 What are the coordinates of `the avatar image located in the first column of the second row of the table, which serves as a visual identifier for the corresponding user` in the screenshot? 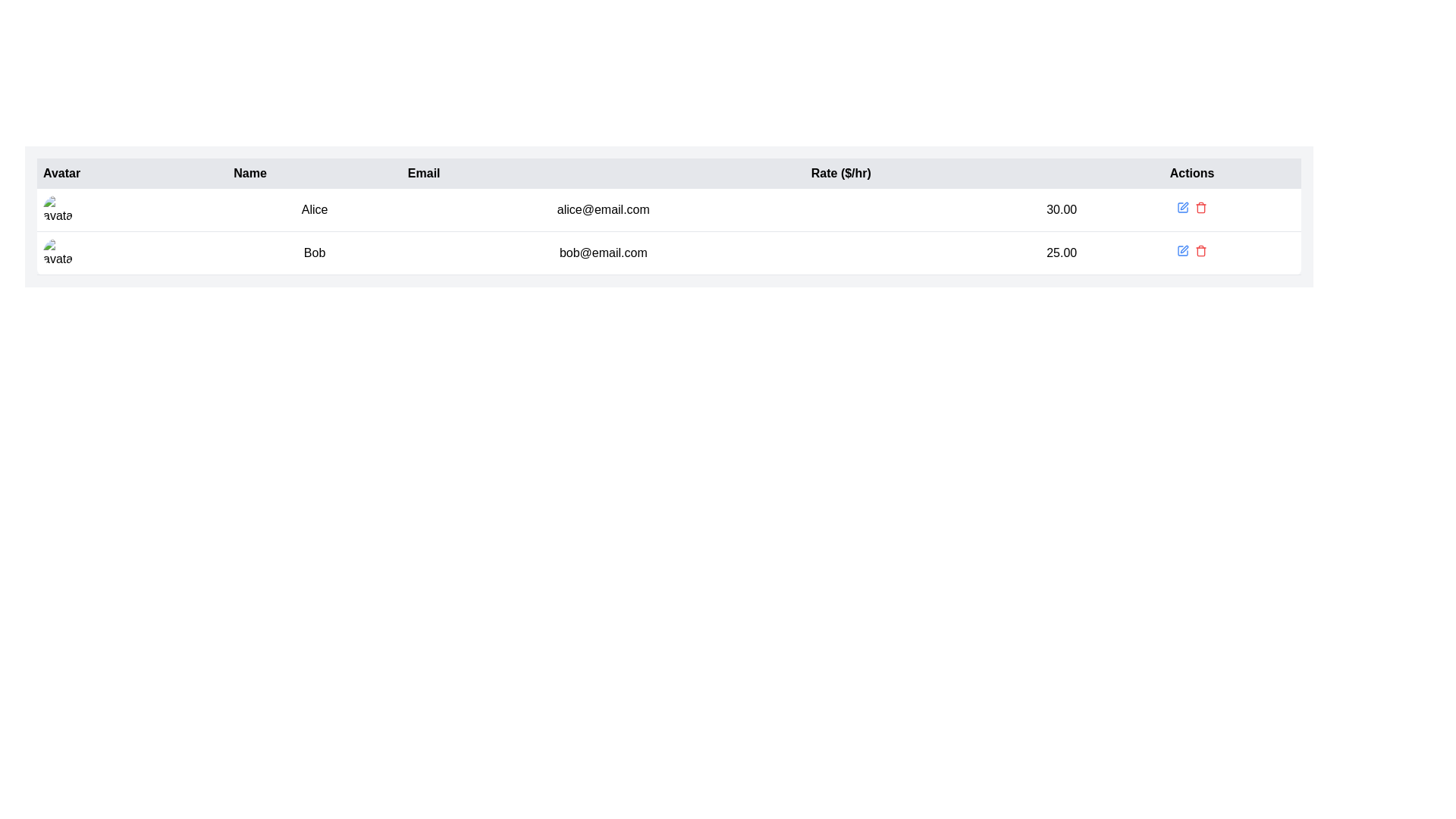 It's located at (58, 253).